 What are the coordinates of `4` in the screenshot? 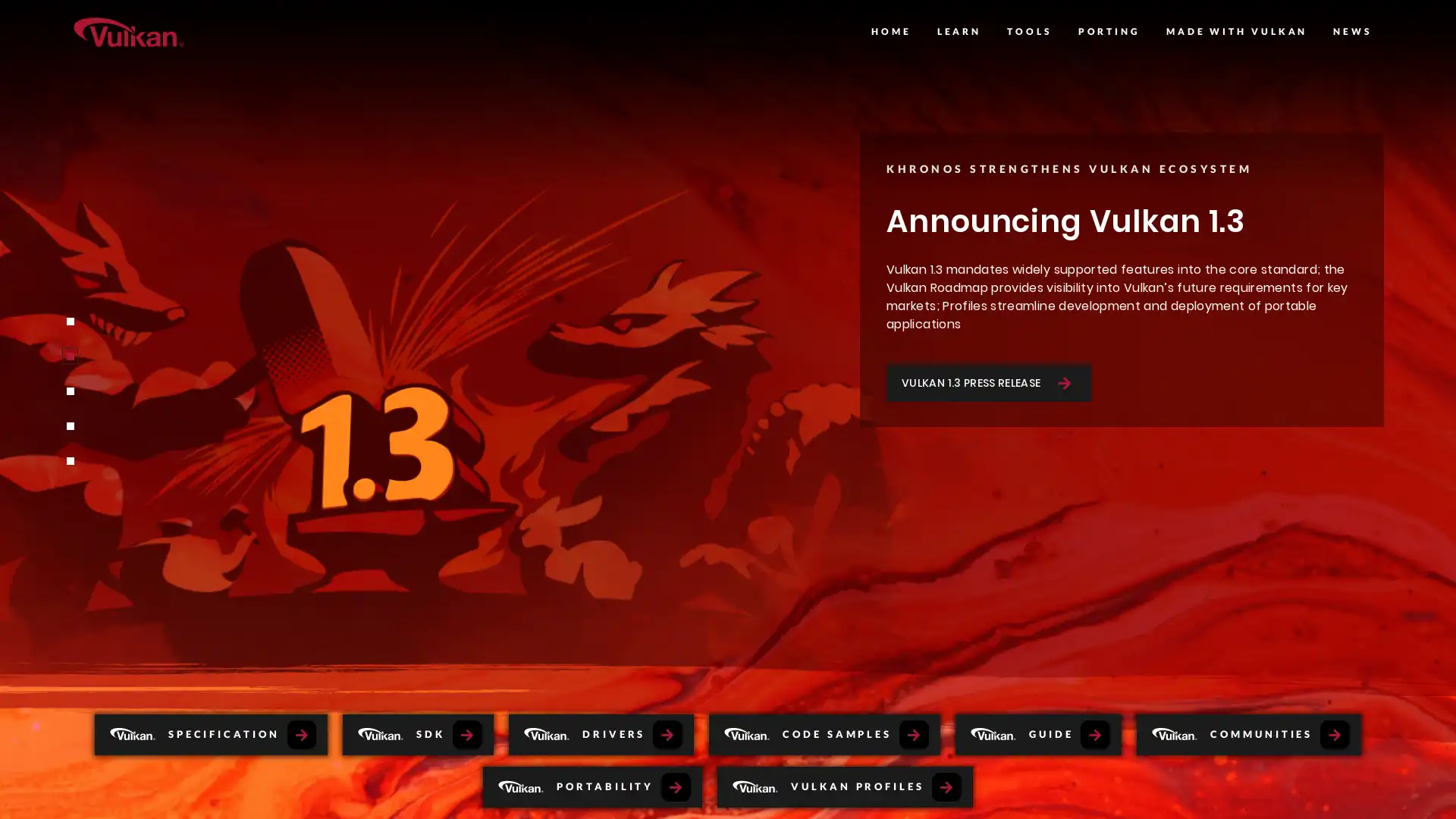 It's located at (68, 426).